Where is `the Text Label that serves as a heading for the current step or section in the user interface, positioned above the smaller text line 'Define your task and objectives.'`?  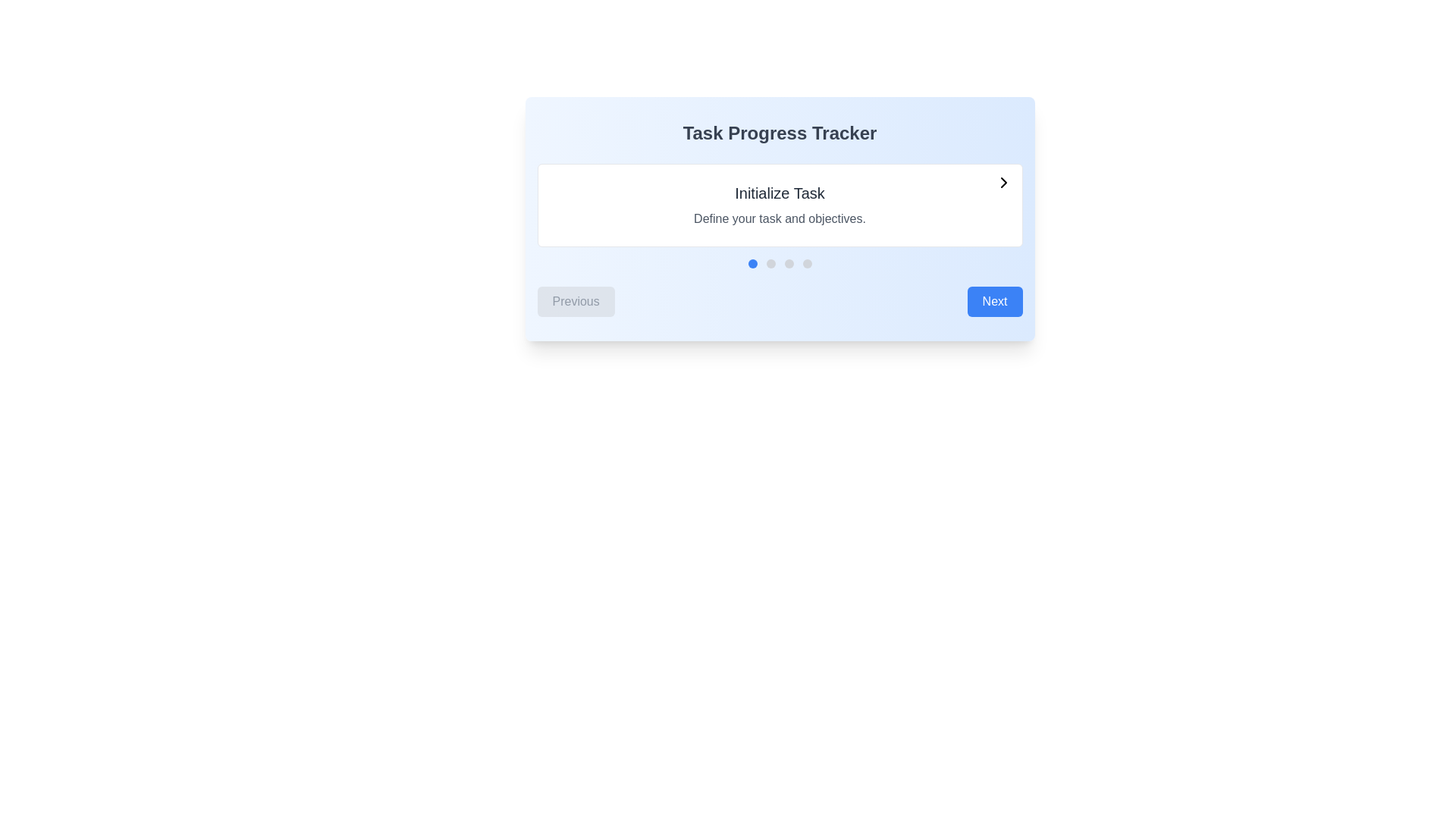 the Text Label that serves as a heading for the current step or section in the user interface, positioned above the smaller text line 'Define your task and objectives.' is located at coordinates (780, 192).